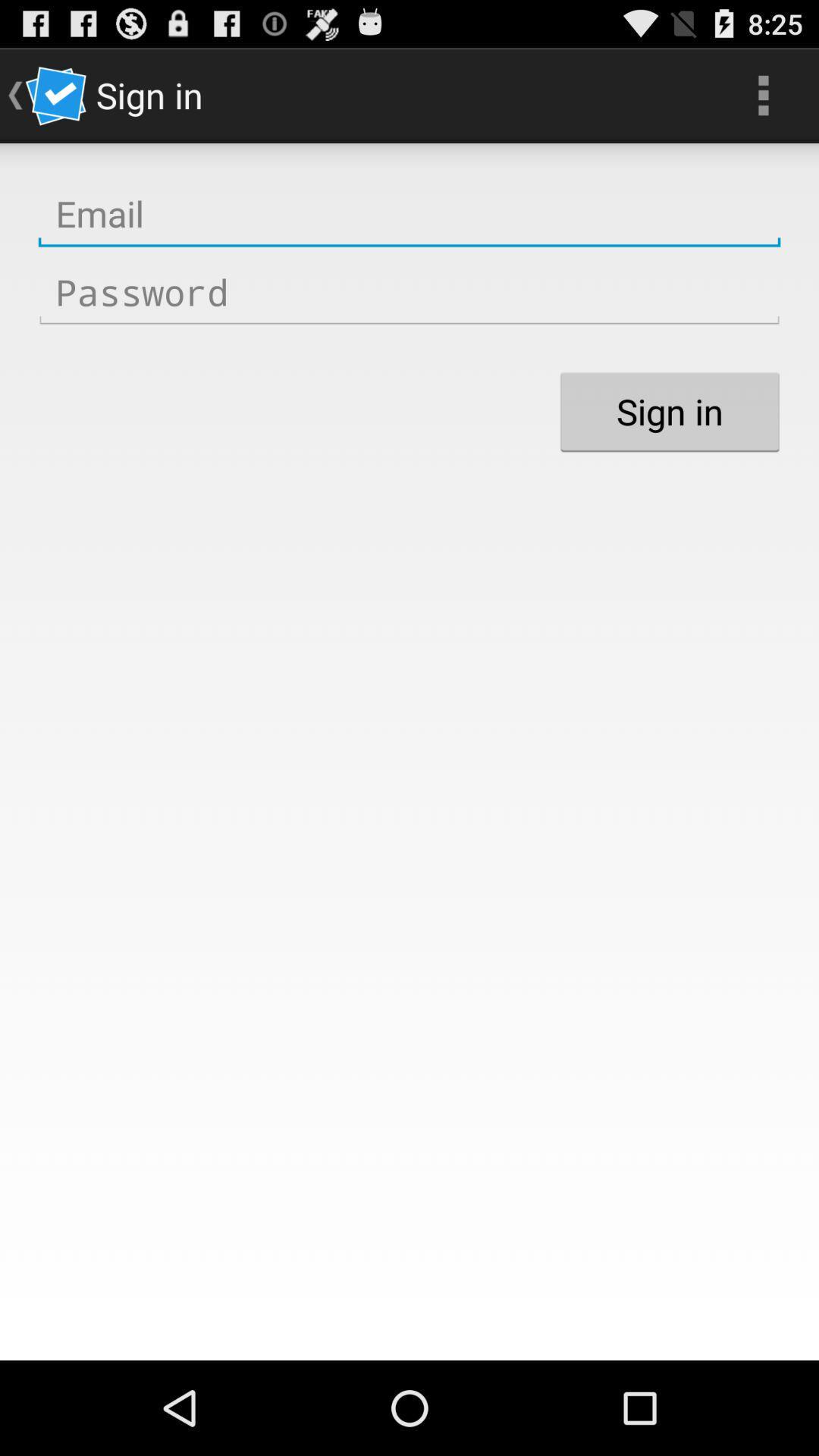 The width and height of the screenshot is (819, 1456). Describe the element at coordinates (763, 94) in the screenshot. I see `app to the right of the sign in icon` at that location.